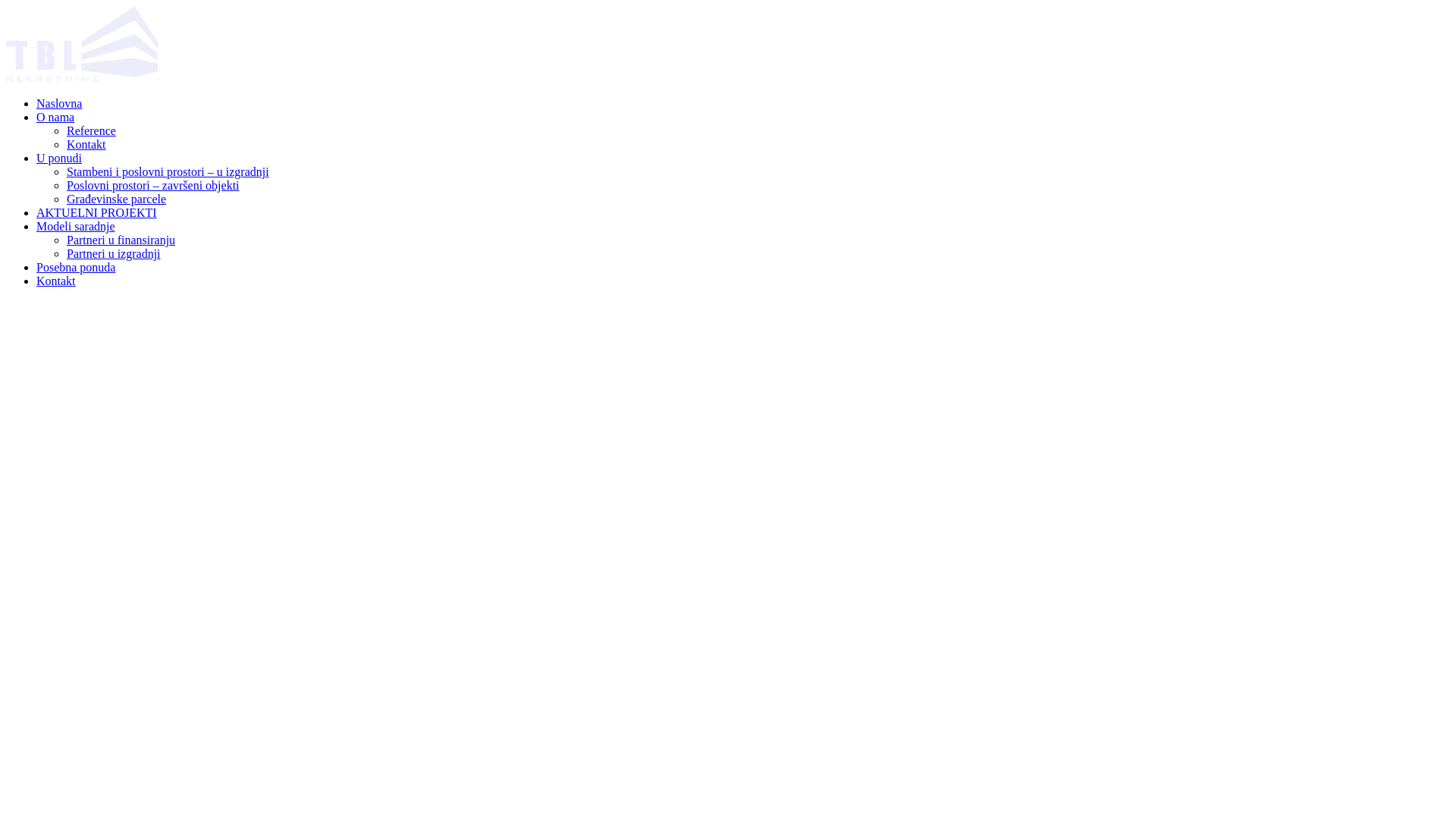 Image resolution: width=1456 pixels, height=819 pixels. I want to click on 'Modeli saradnje', so click(75, 226).